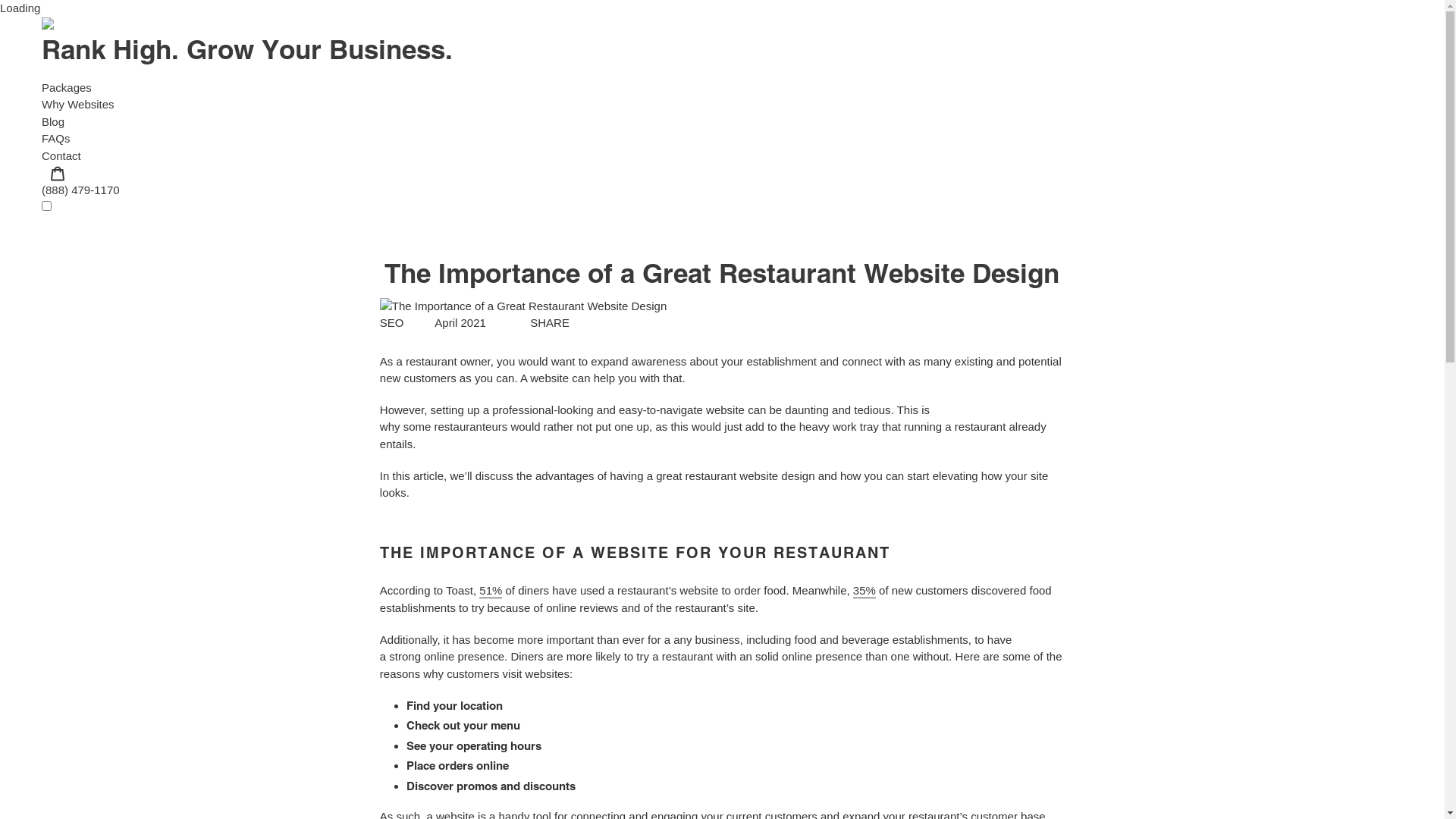 The image size is (1456, 819). Describe the element at coordinates (77, 103) in the screenshot. I see `'Why Websites'` at that location.